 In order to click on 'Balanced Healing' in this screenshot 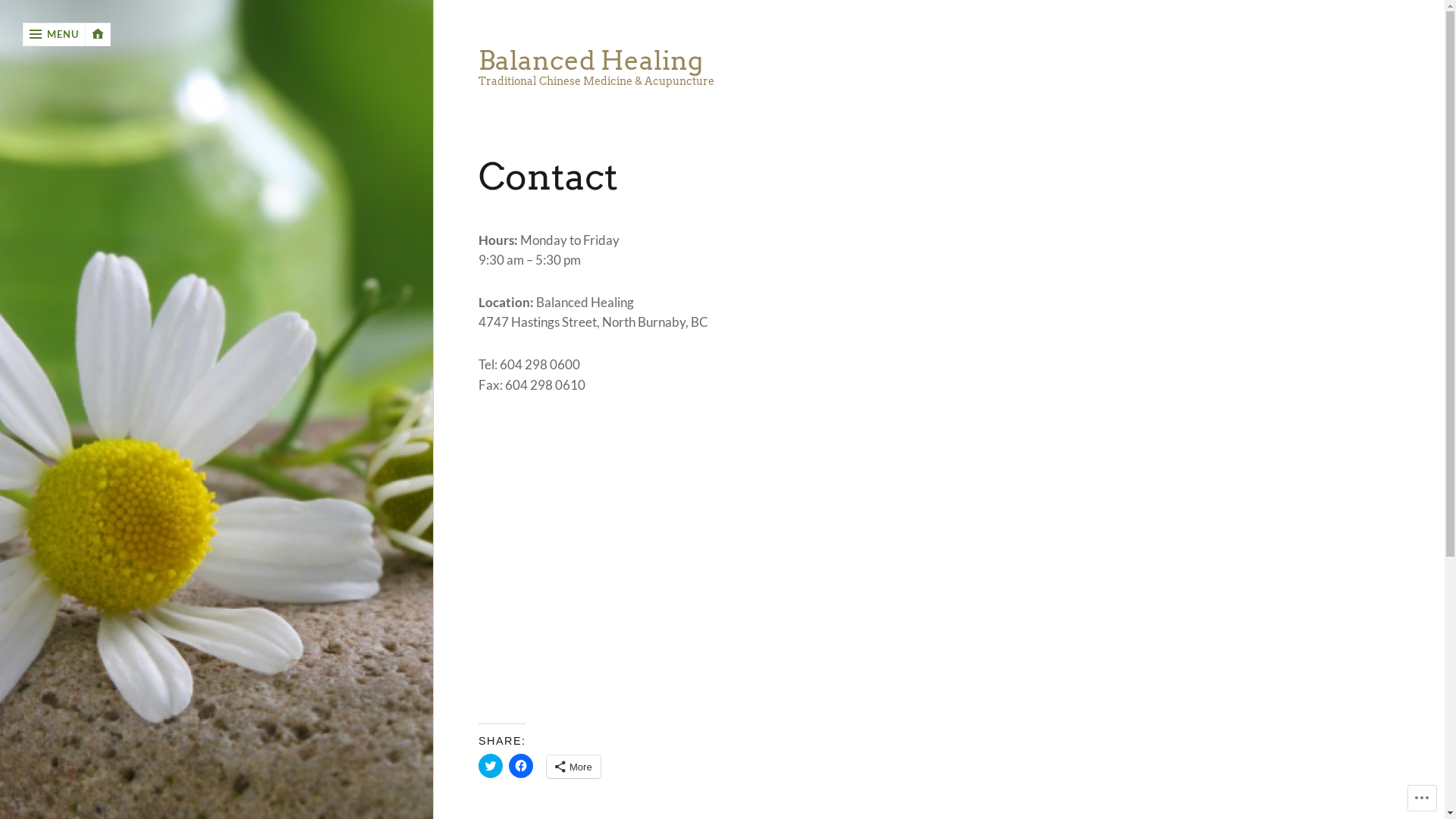, I will do `click(477, 60)`.